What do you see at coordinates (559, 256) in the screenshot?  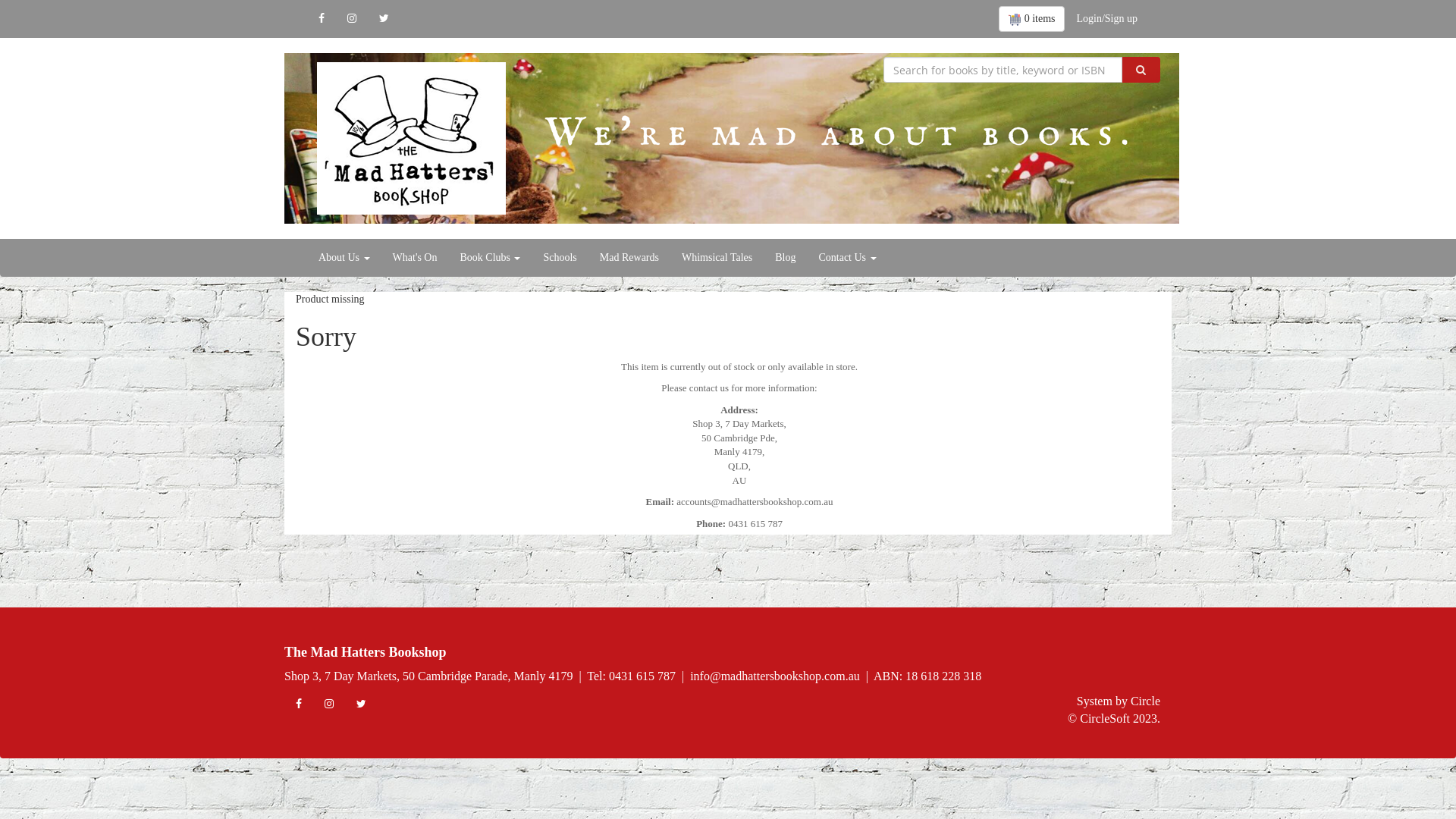 I see `'Schools'` at bounding box center [559, 256].